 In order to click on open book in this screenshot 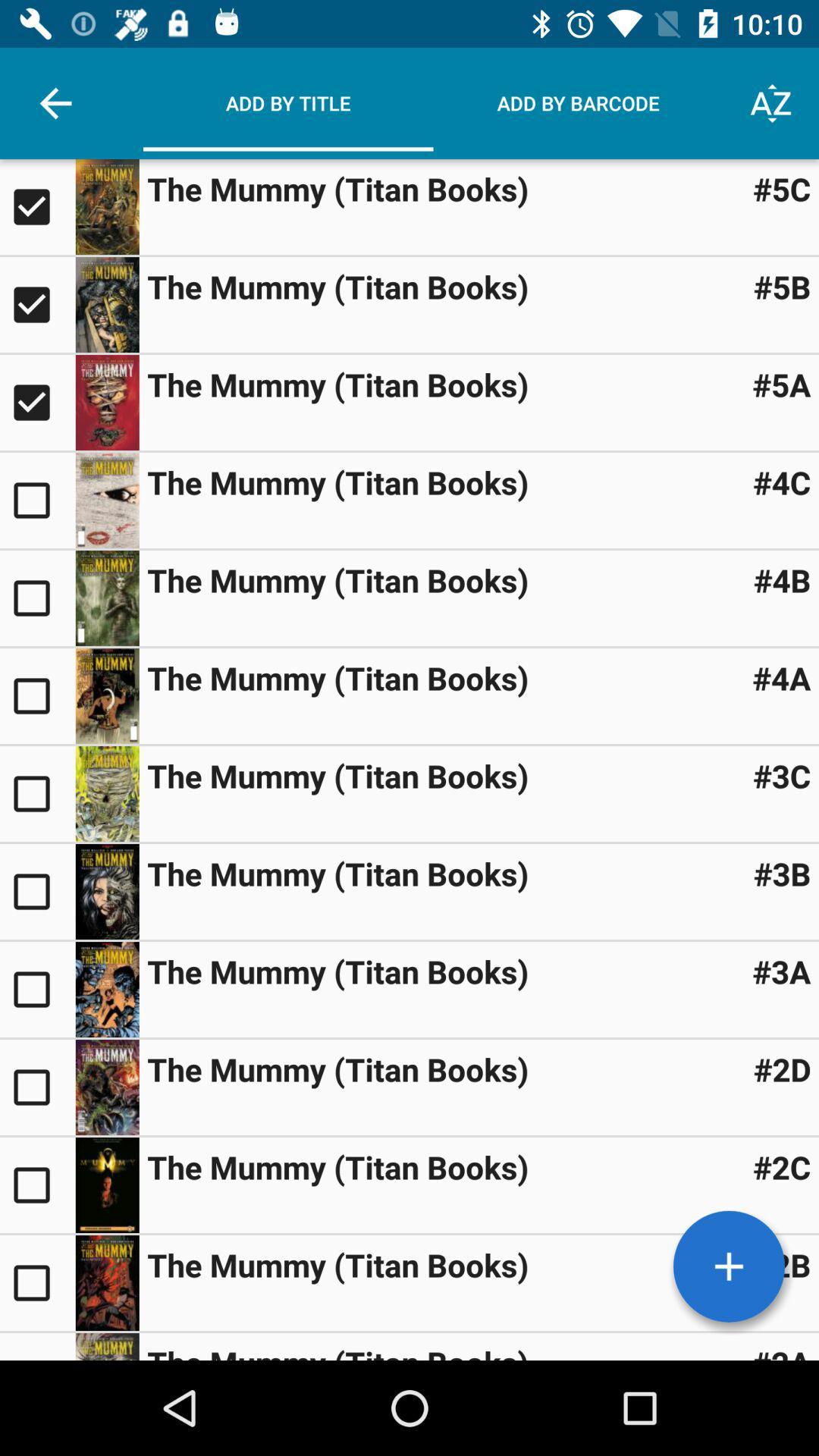, I will do `click(106, 695)`.